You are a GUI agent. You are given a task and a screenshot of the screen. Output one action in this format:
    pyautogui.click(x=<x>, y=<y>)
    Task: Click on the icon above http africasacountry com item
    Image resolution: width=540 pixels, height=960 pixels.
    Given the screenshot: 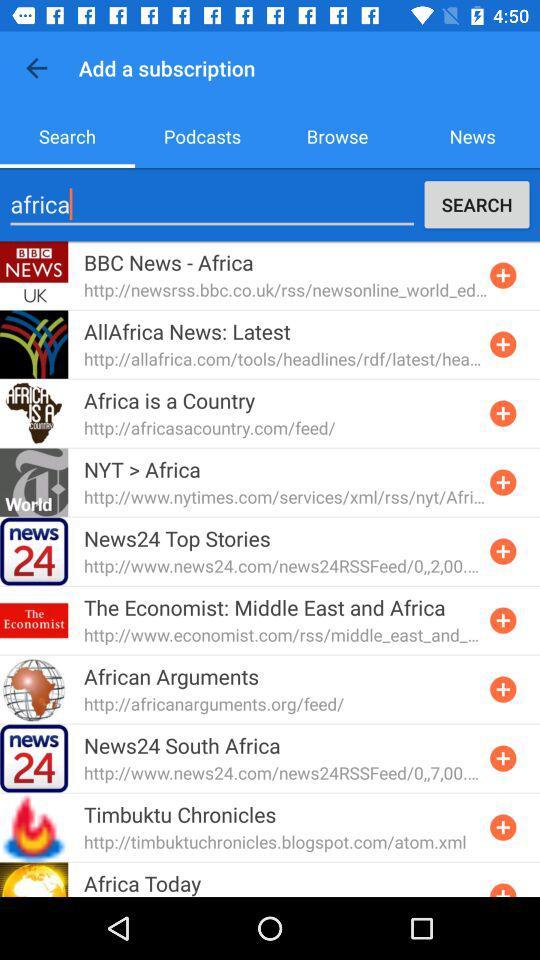 What is the action you would take?
    pyautogui.click(x=168, y=399)
    